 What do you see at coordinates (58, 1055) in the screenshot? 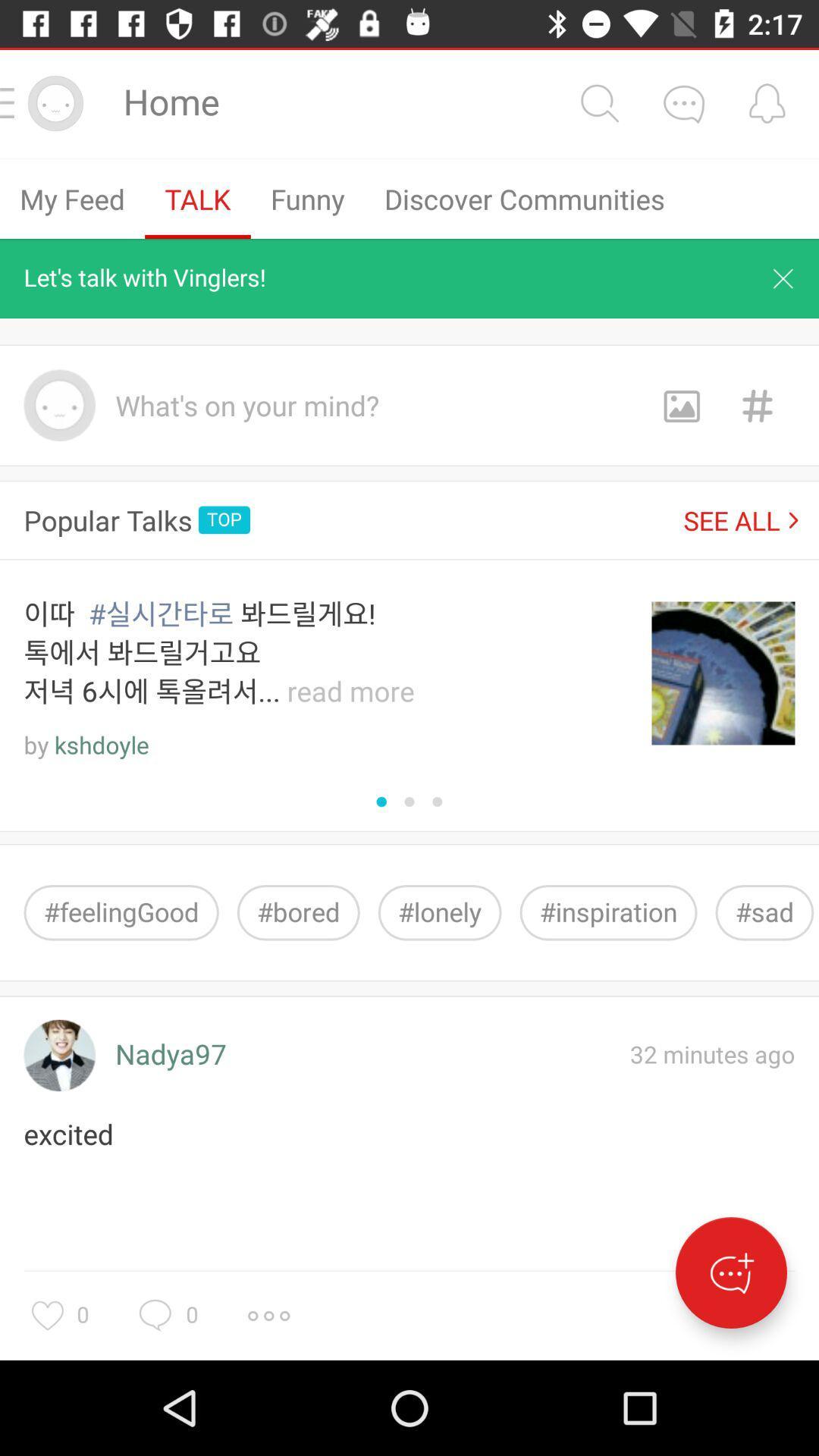
I see `the icon above the excited item` at bounding box center [58, 1055].